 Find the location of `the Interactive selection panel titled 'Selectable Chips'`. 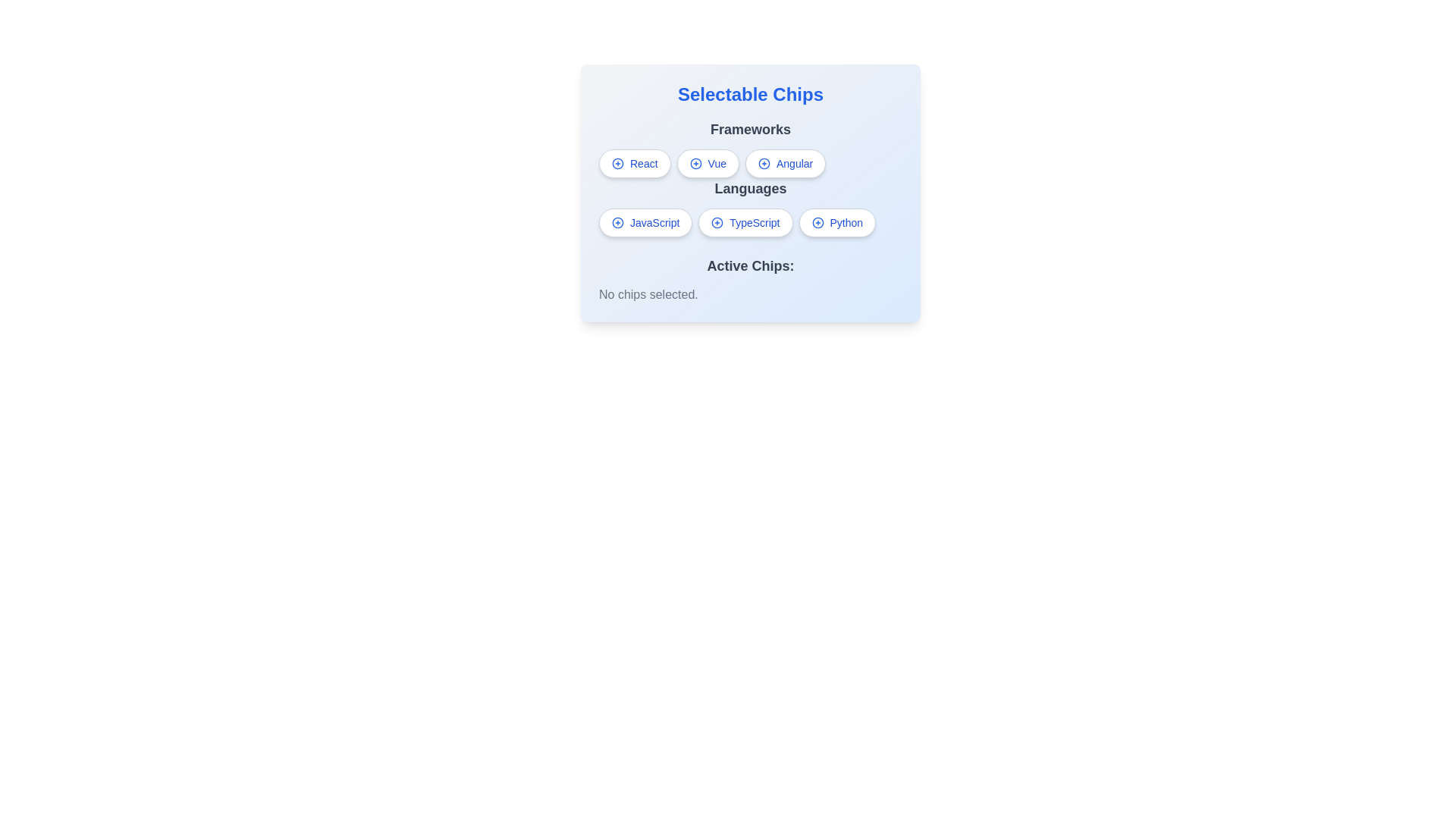

the Interactive selection panel titled 'Selectable Chips' is located at coordinates (750, 192).